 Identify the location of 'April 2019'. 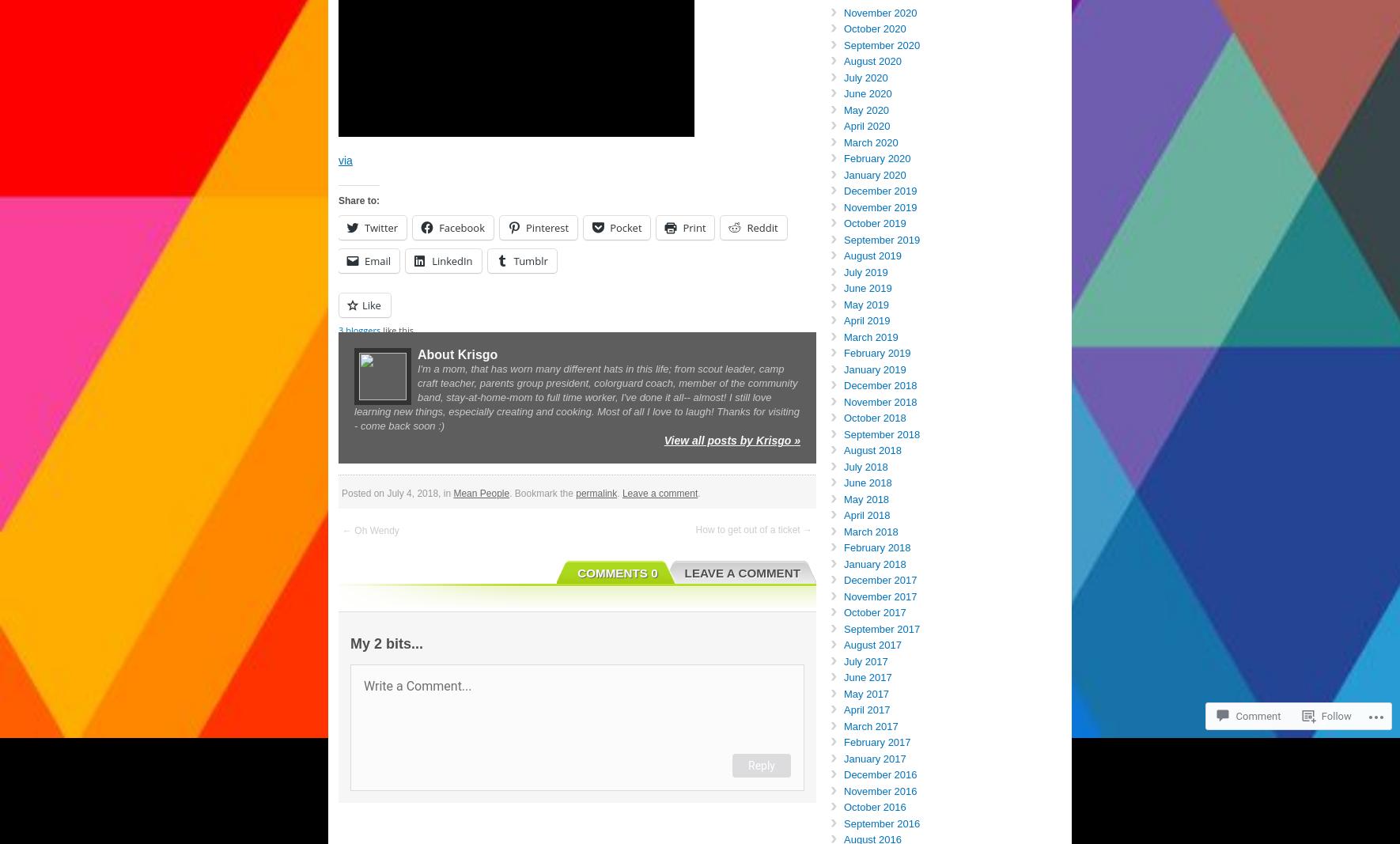
(843, 320).